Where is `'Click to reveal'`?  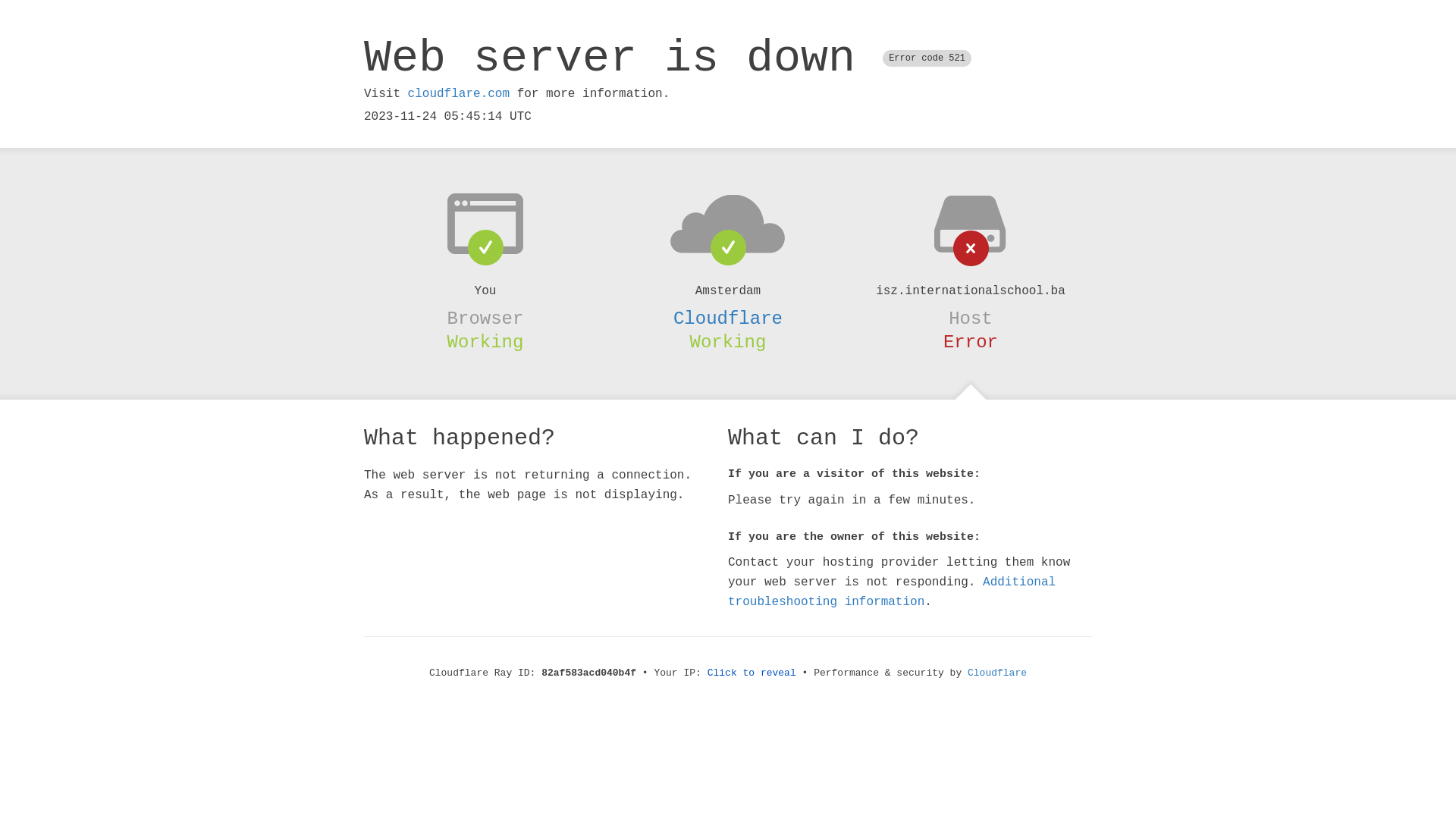
'Click to reveal' is located at coordinates (752, 672).